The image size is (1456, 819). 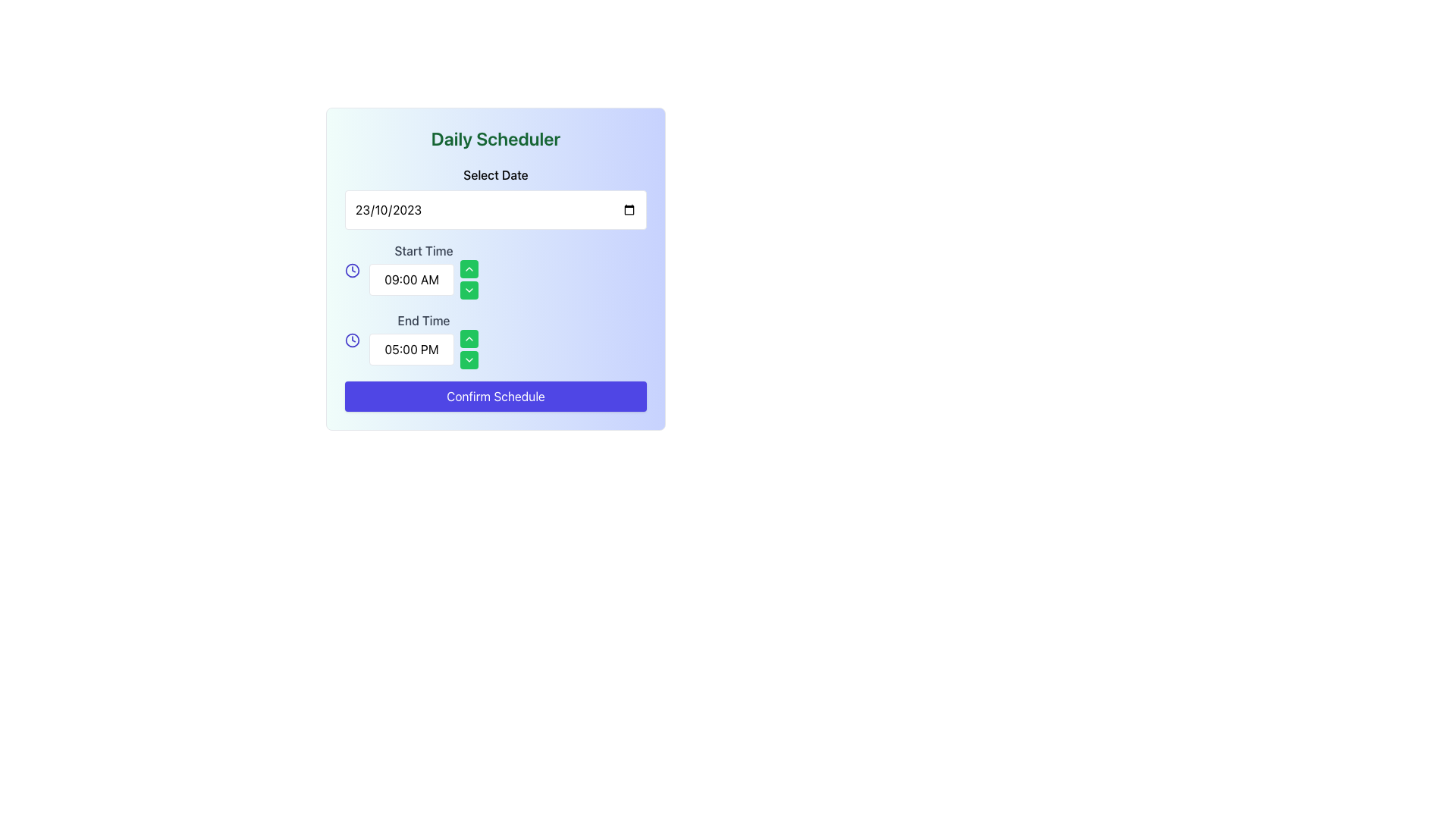 I want to click on the button to decrease the time value in the 'End Time' field, located to the right of the '05:00 PM' time field in the scheduling interface, so click(x=469, y=359).